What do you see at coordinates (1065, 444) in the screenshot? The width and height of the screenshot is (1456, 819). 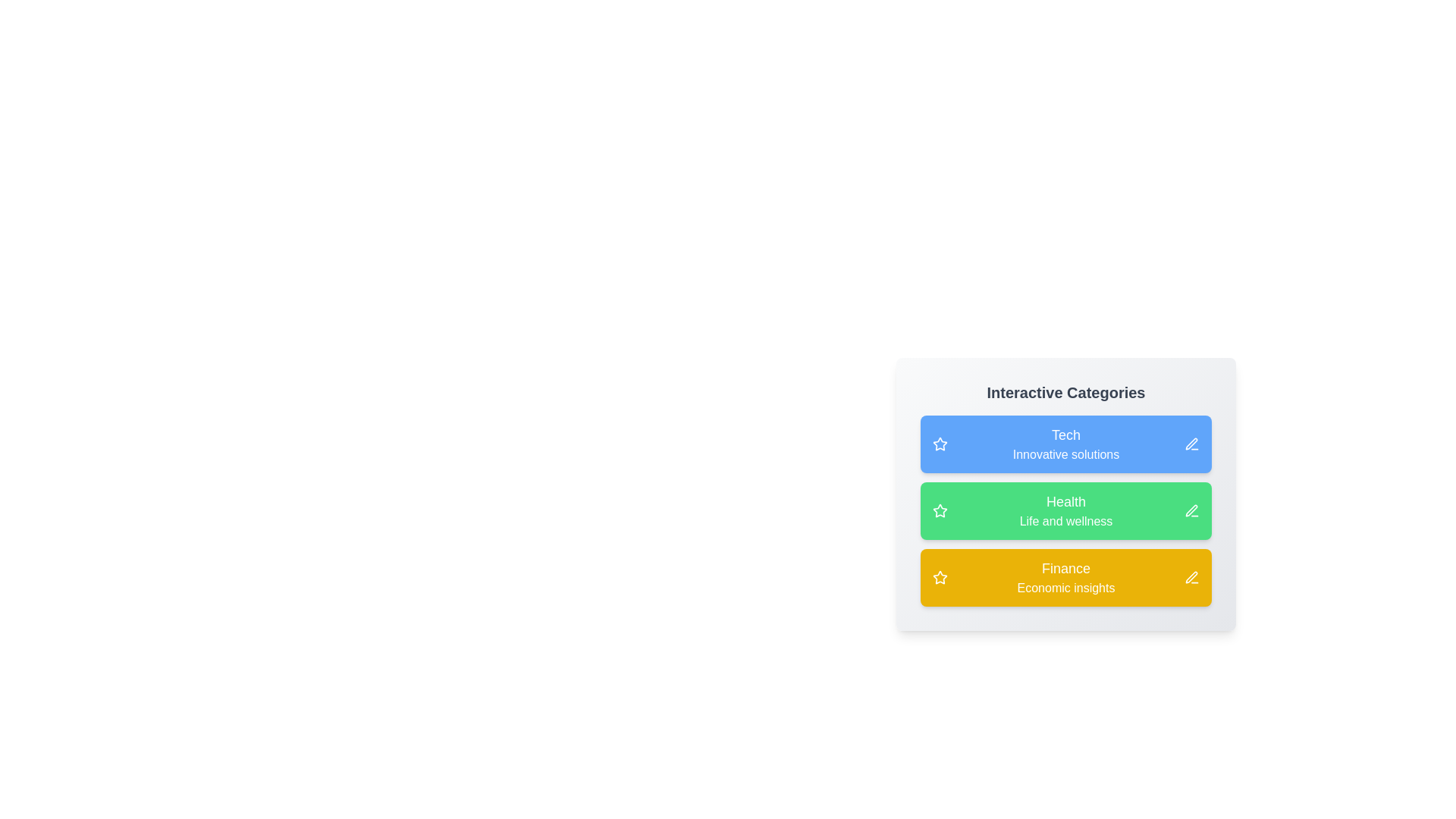 I see `the category Tech to toggle its active state` at bounding box center [1065, 444].